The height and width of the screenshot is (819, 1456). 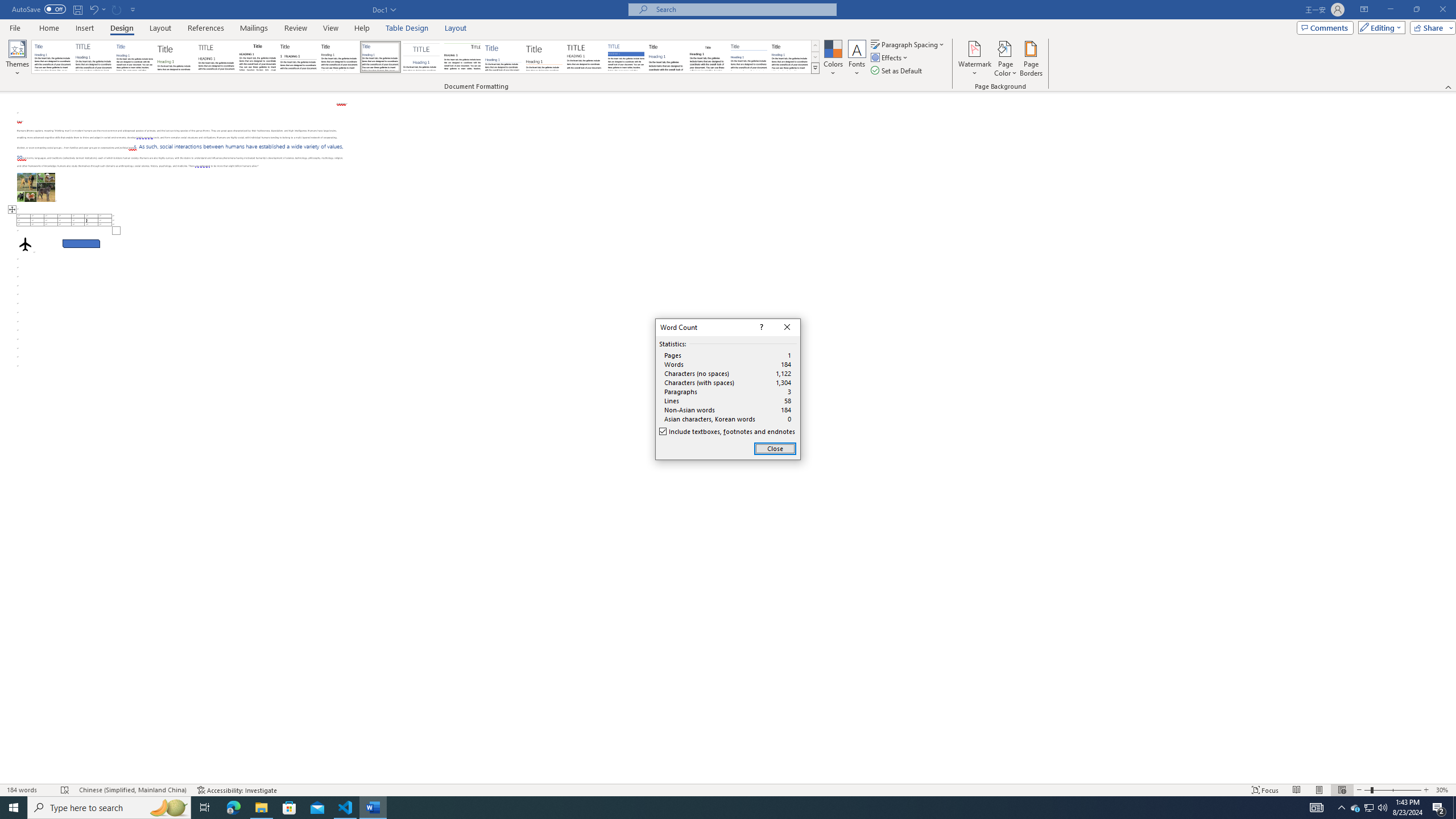 I want to click on 'Print Layout', so click(x=1319, y=790).